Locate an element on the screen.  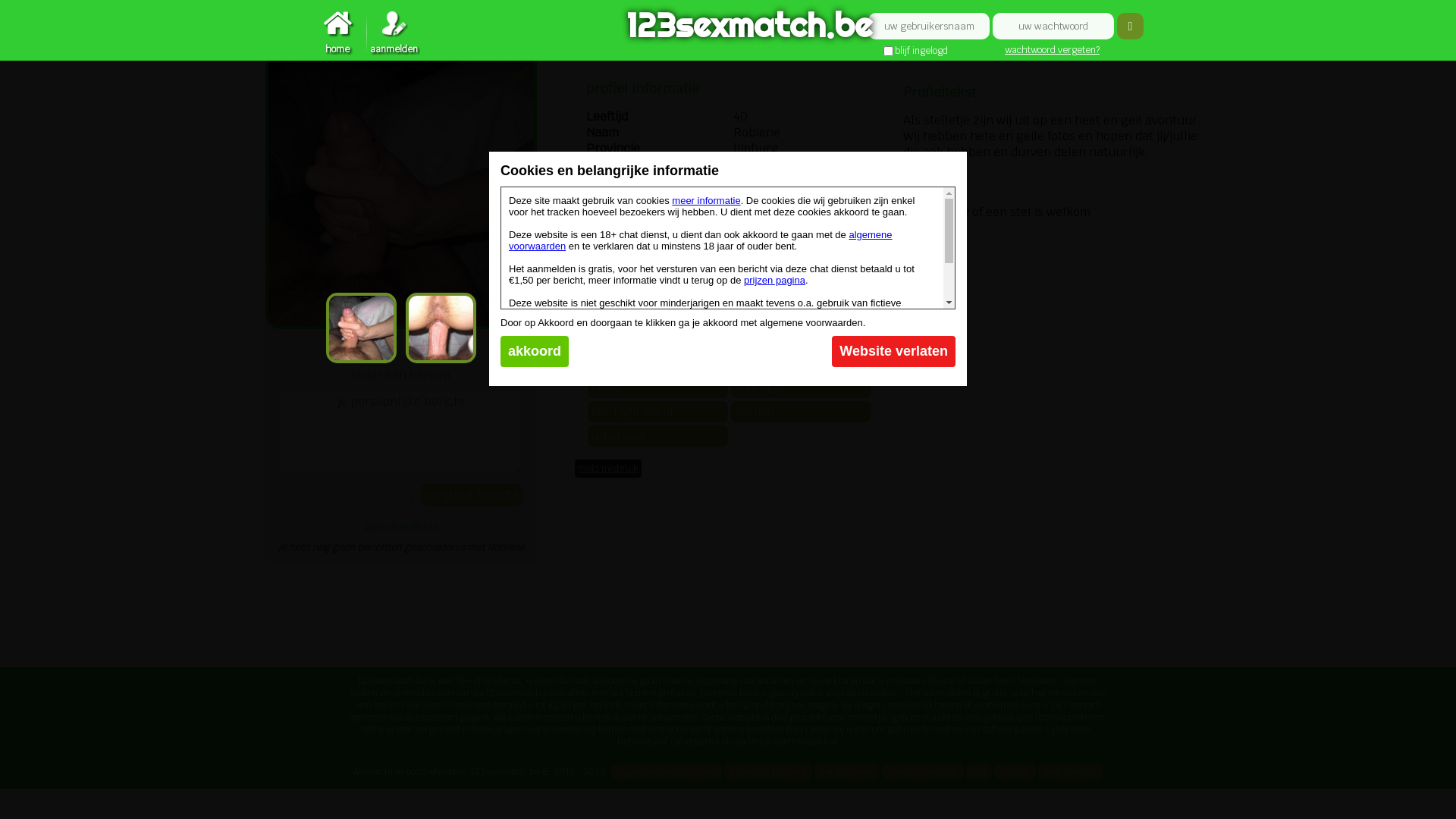
'bondage' is located at coordinates (800, 386).